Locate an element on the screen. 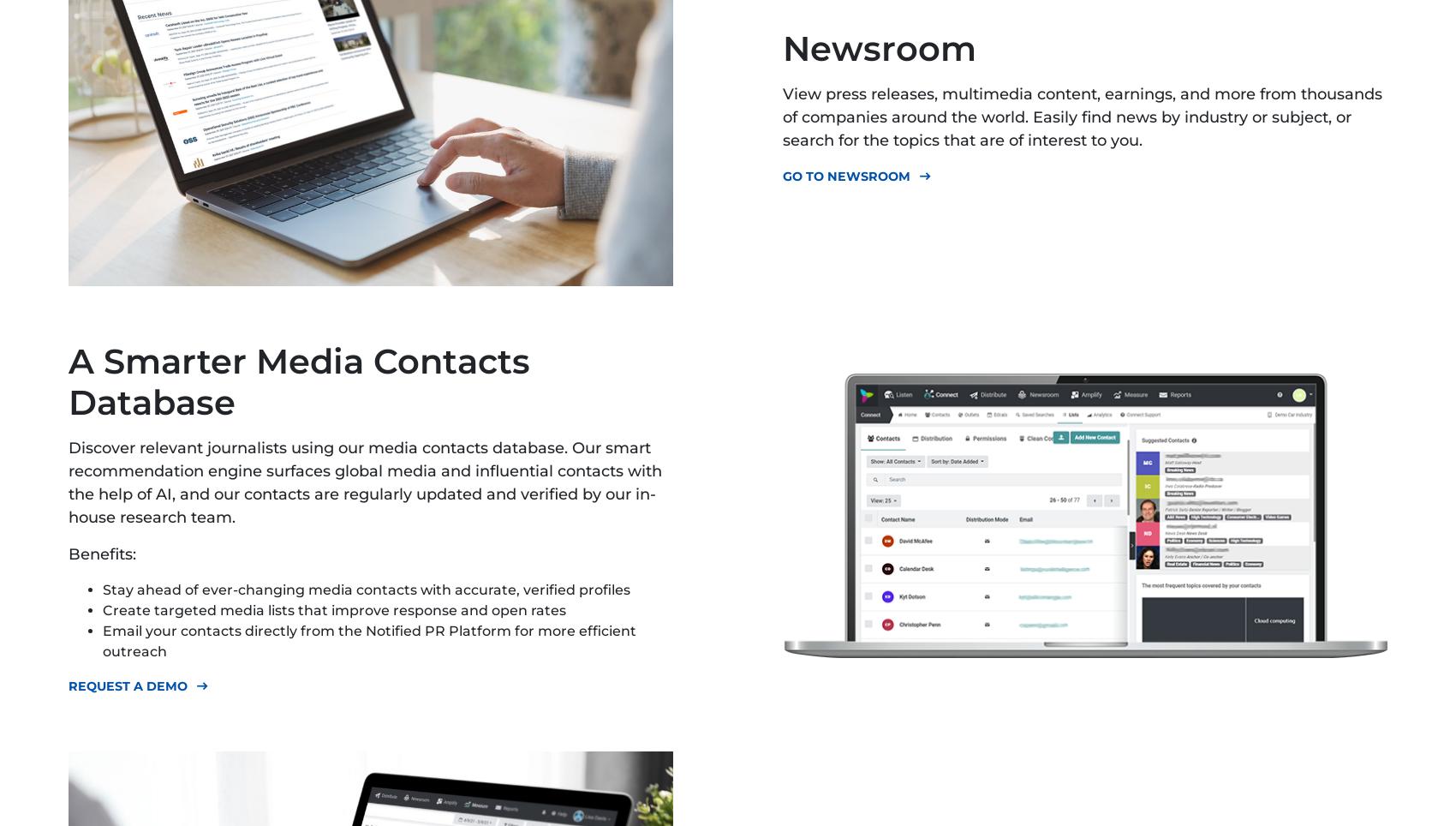 This screenshot has height=826, width=1456. 'Email your contacts directly from the Notified PR Platform for more efficient outreach' is located at coordinates (369, 639).